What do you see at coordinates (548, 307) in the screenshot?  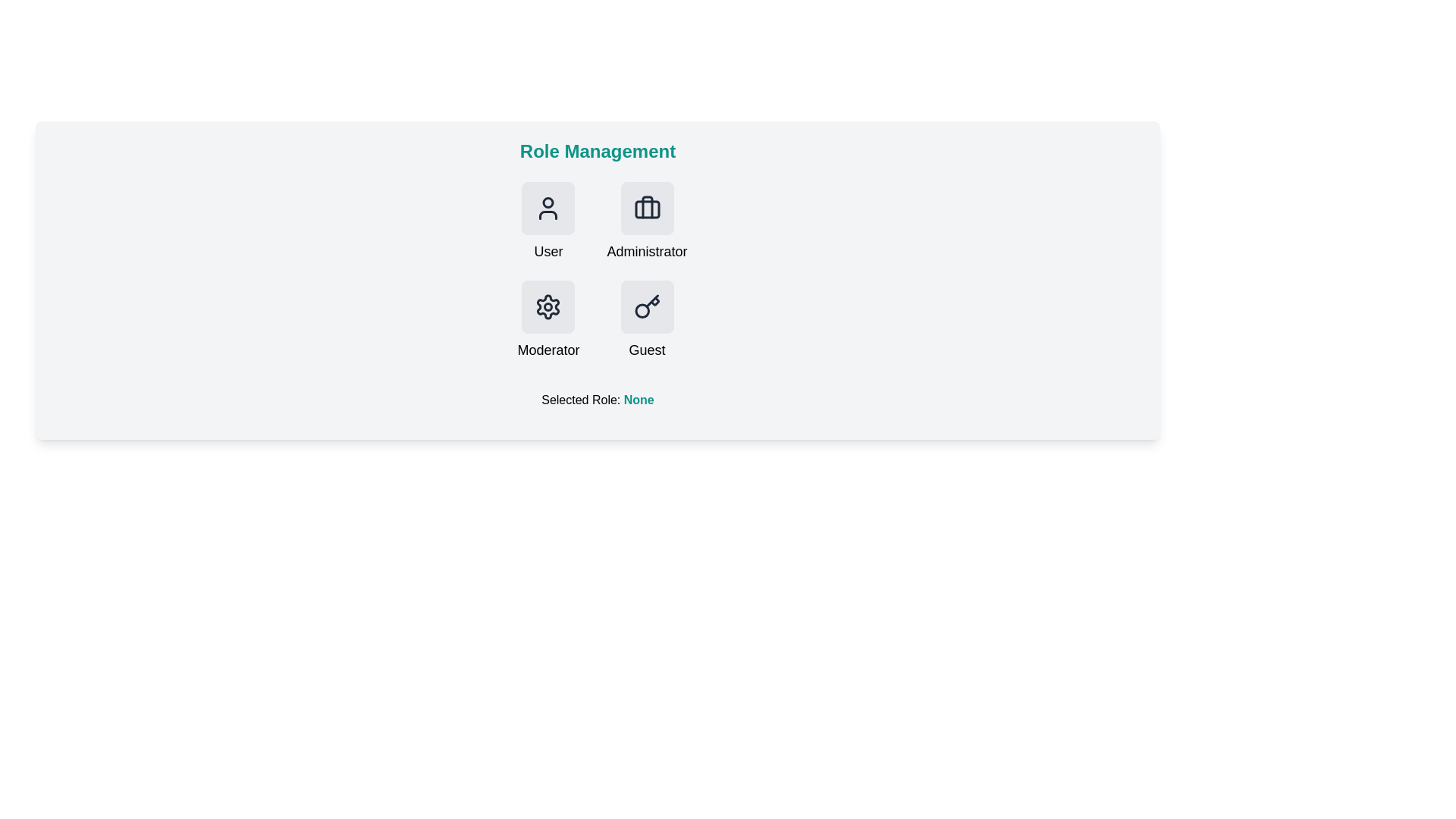 I see `the settings icon representing actions for the 'Moderator' role, located at the center of the 'Moderator' button in the Role Management section` at bounding box center [548, 307].